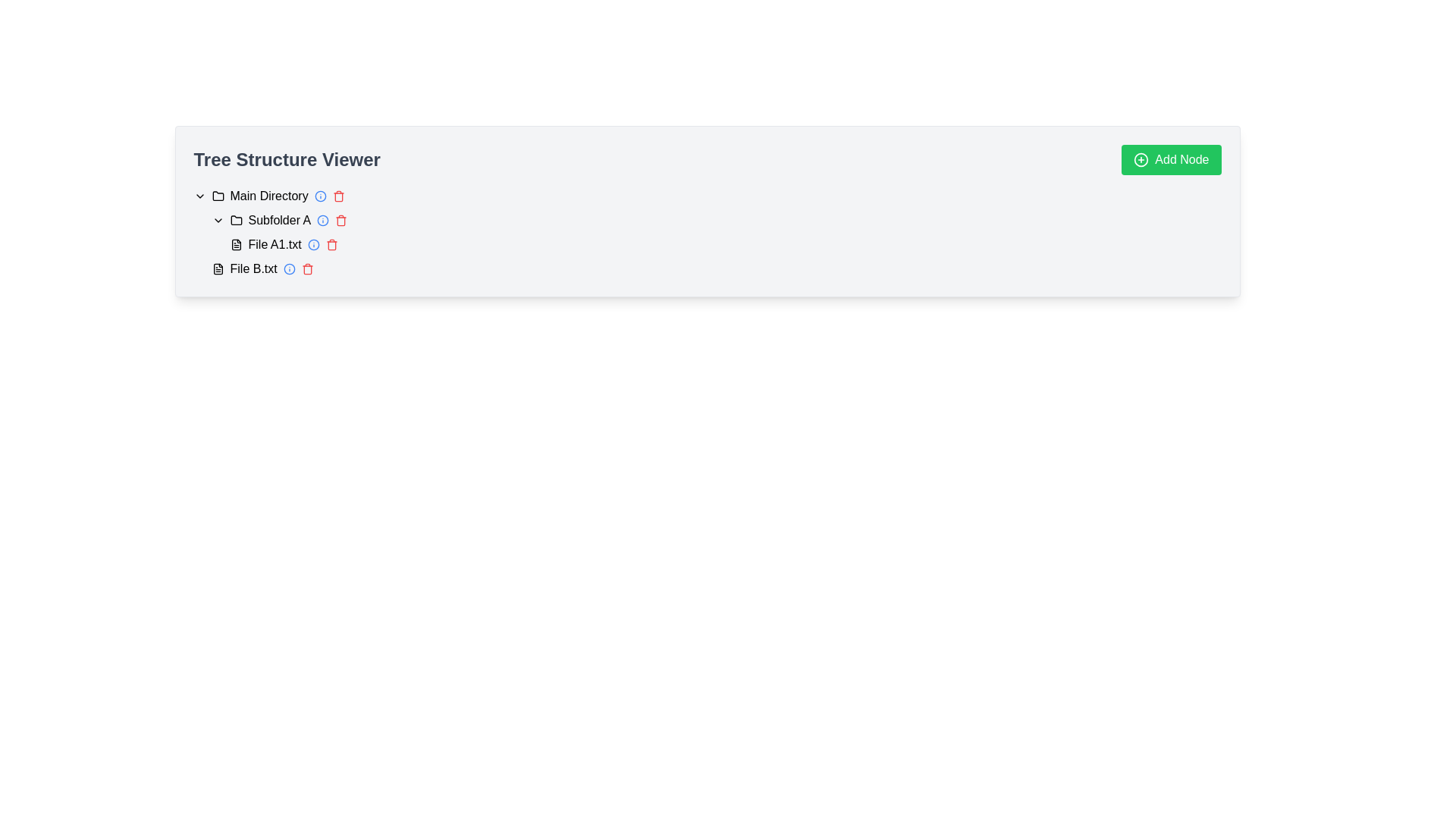  What do you see at coordinates (319, 195) in the screenshot?
I see `the circular information icon with a blue hue and a white inner area featuring a centered 'i' symbol, located at the far right of the 'Main Directory' row` at bounding box center [319, 195].